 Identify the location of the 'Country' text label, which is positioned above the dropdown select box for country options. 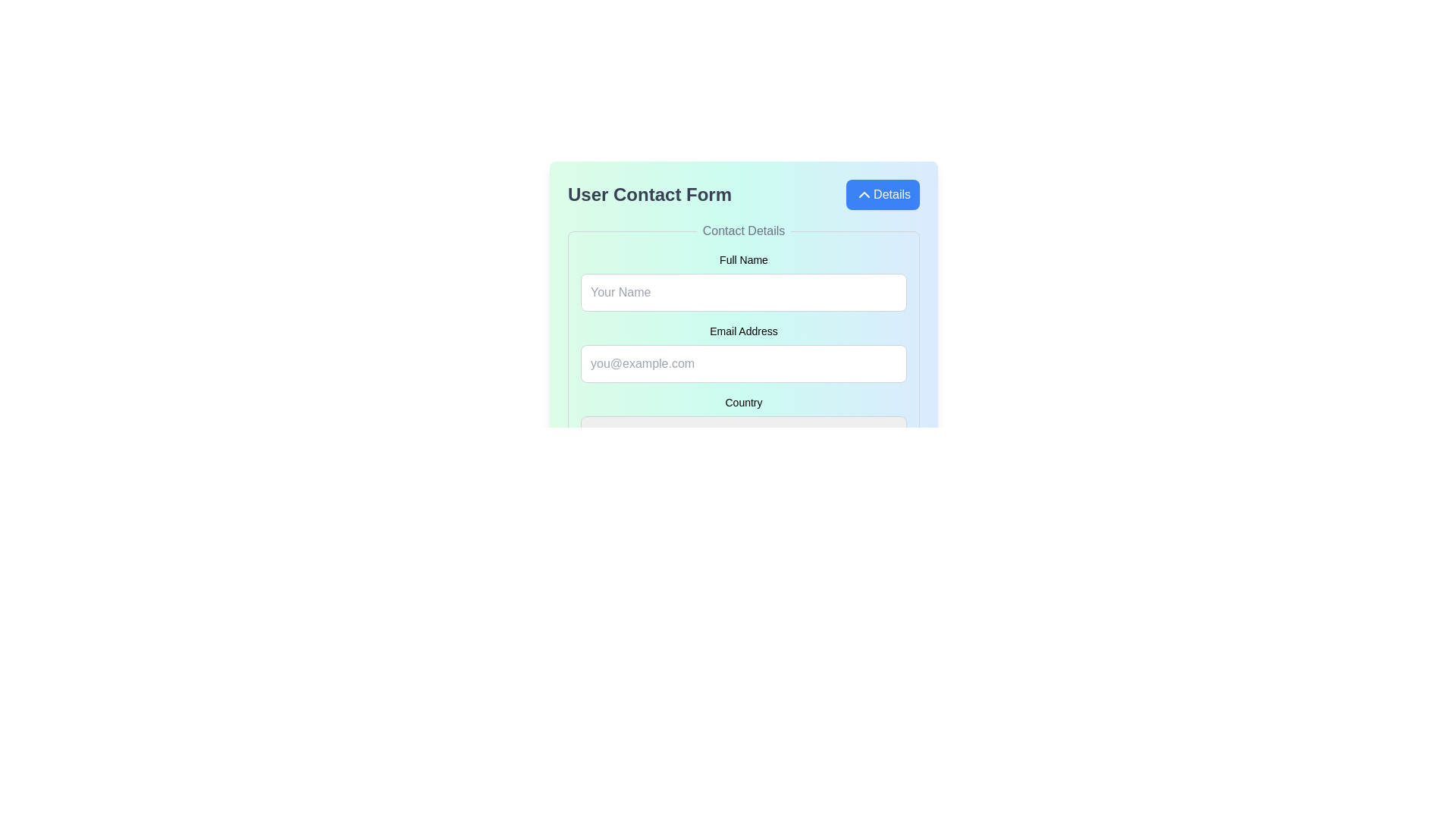
(743, 402).